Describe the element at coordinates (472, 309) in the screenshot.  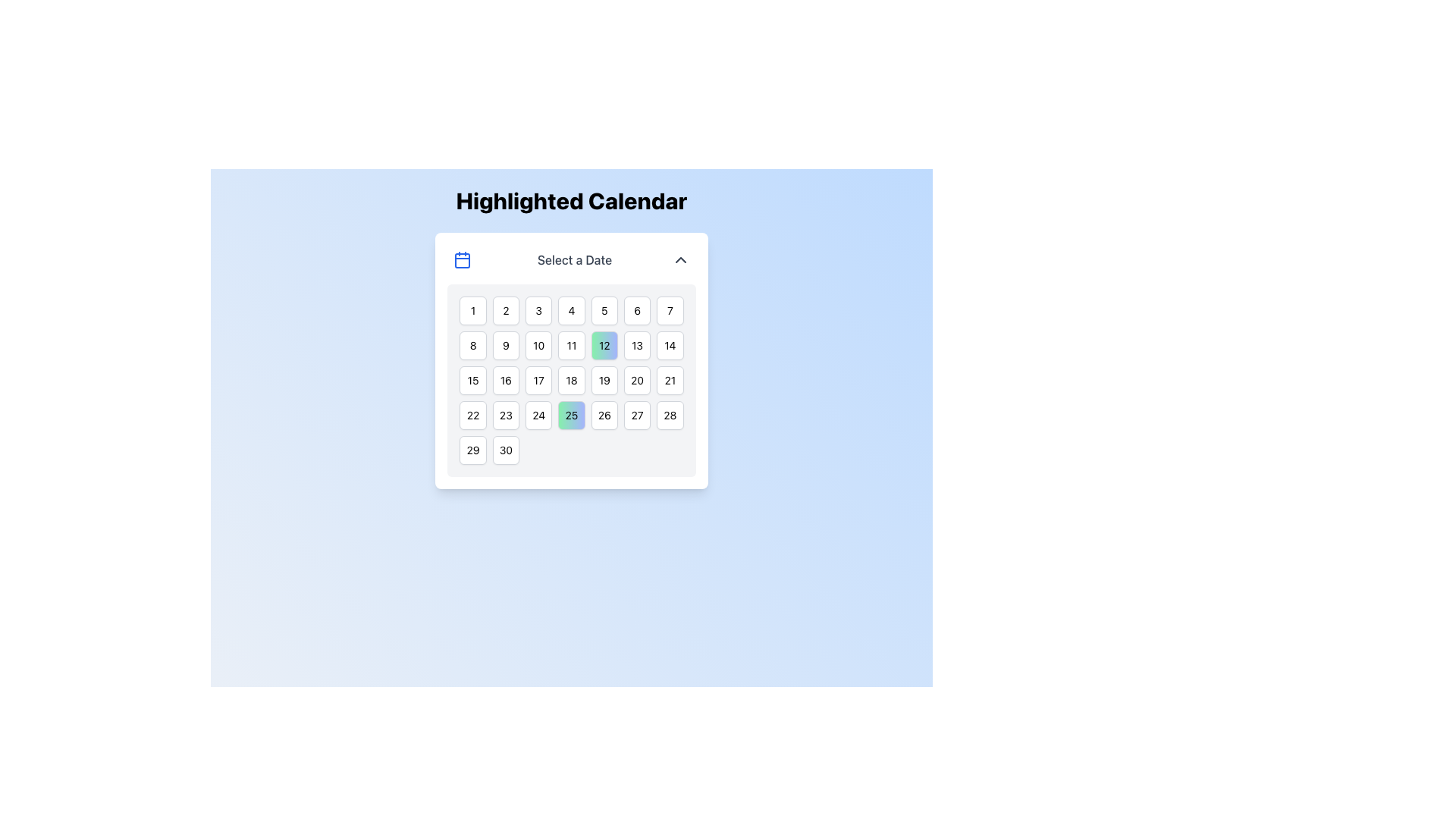
I see `the selectable option button representing the first day of the displayed month in the calendar interface` at that location.